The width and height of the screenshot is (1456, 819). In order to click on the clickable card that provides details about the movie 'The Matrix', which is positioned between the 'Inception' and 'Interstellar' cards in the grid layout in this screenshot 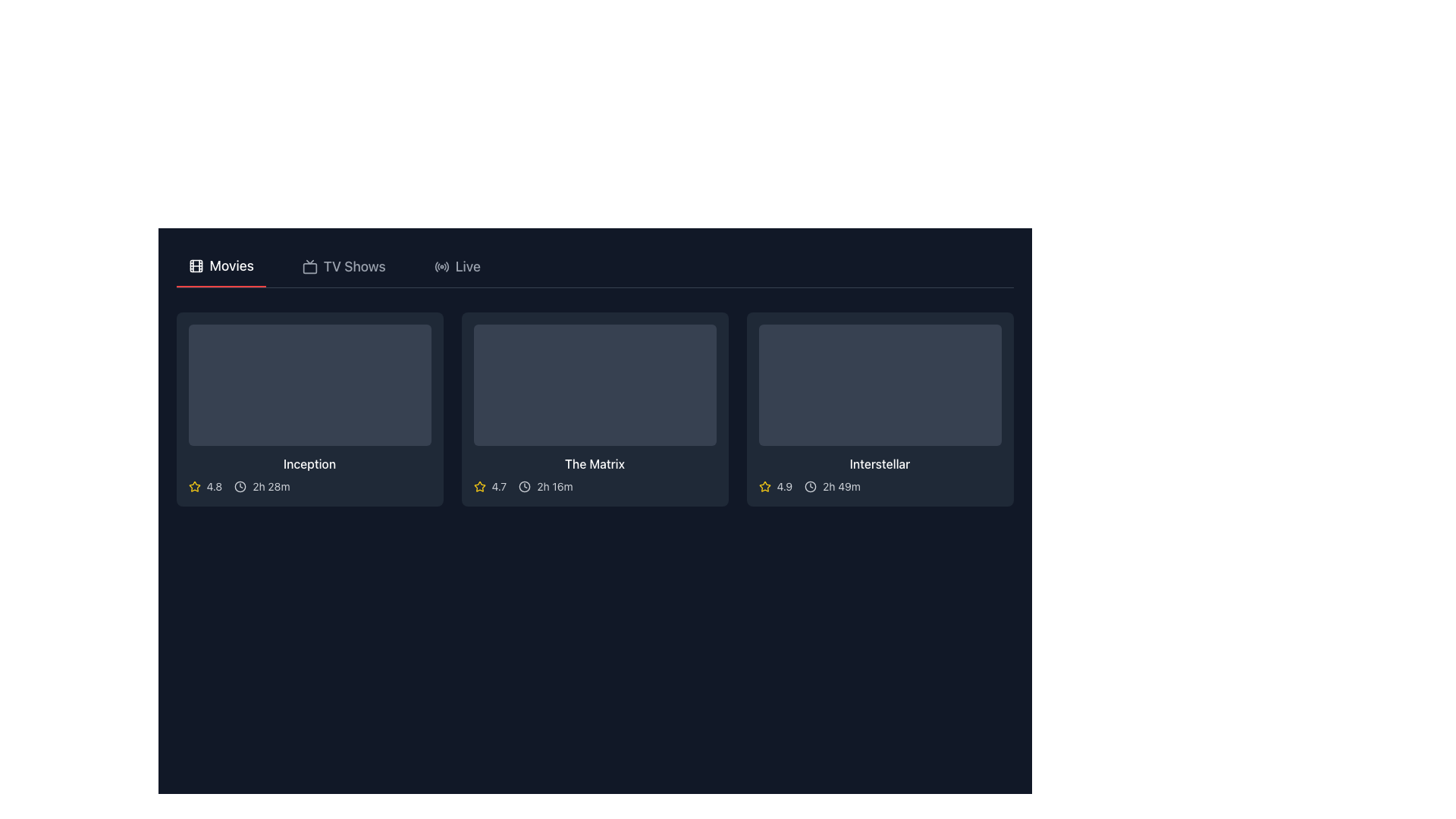, I will do `click(594, 409)`.